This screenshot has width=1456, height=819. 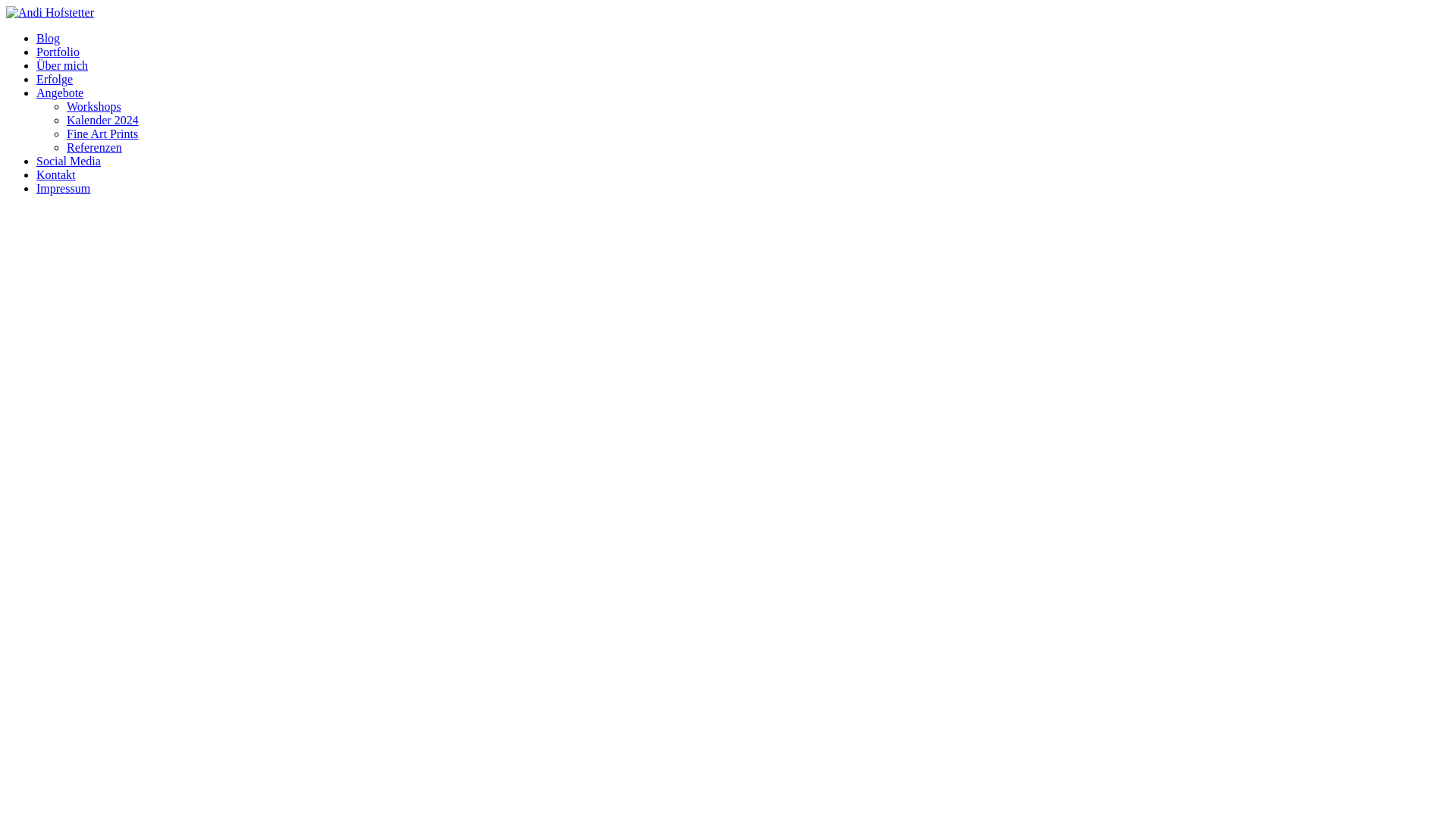 What do you see at coordinates (93, 147) in the screenshot?
I see `'Referenzen'` at bounding box center [93, 147].